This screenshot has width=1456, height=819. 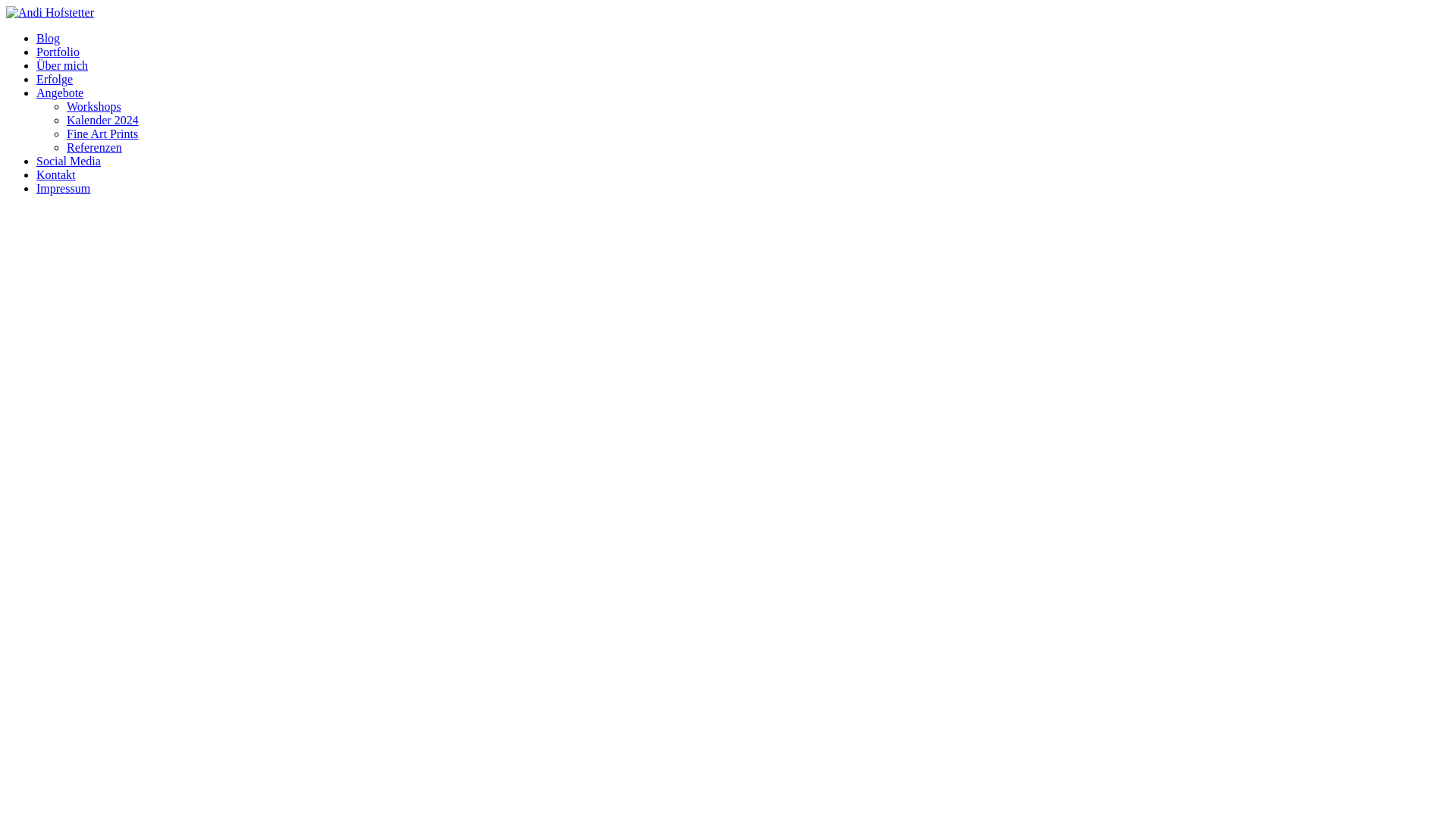 What do you see at coordinates (93, 147) in the screenshot?
I see `'Referenzen'` at bounding box center [93, 147].